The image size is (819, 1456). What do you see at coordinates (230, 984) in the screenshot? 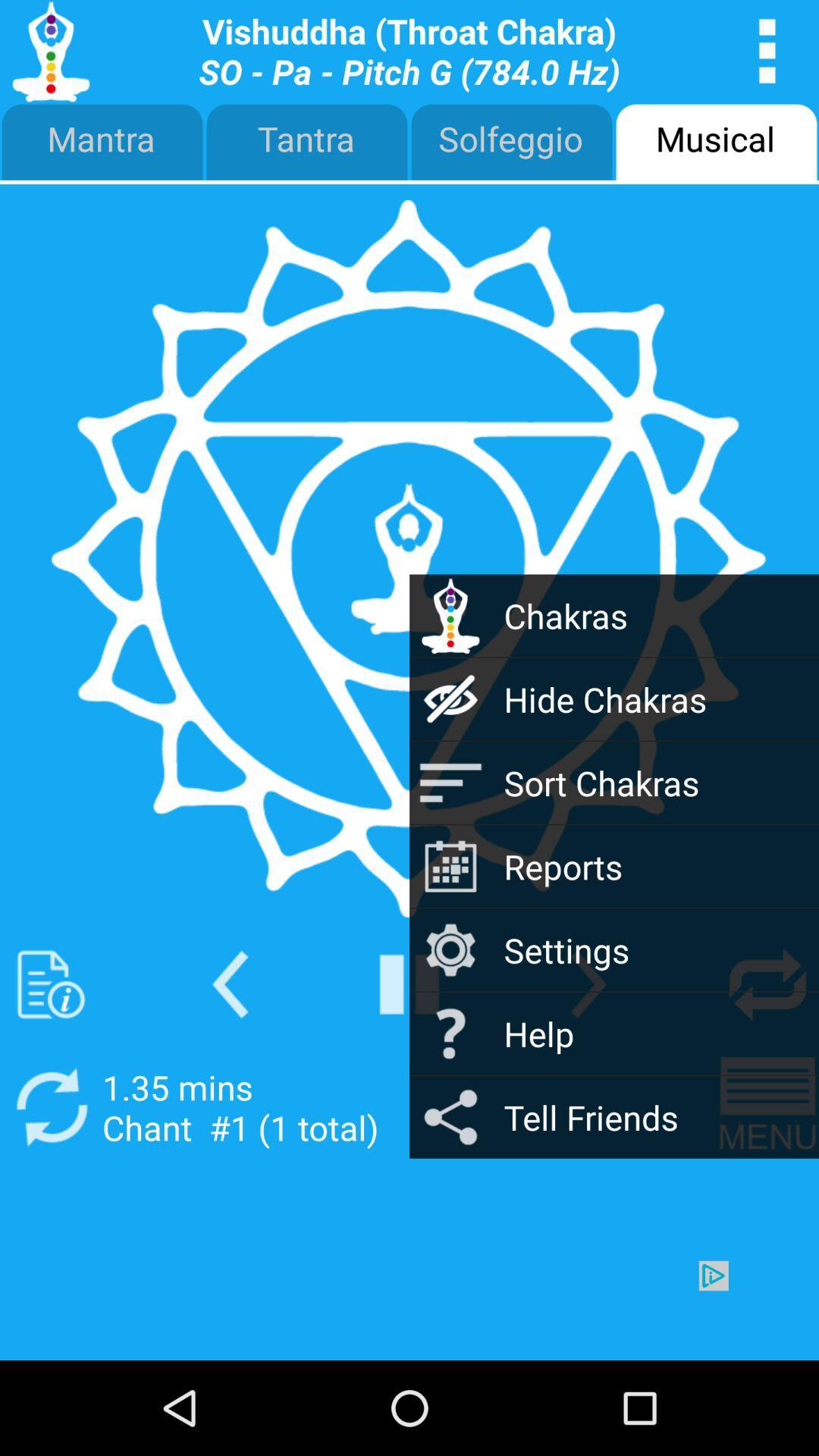
I see `back face` at bounding box center [230, 984].